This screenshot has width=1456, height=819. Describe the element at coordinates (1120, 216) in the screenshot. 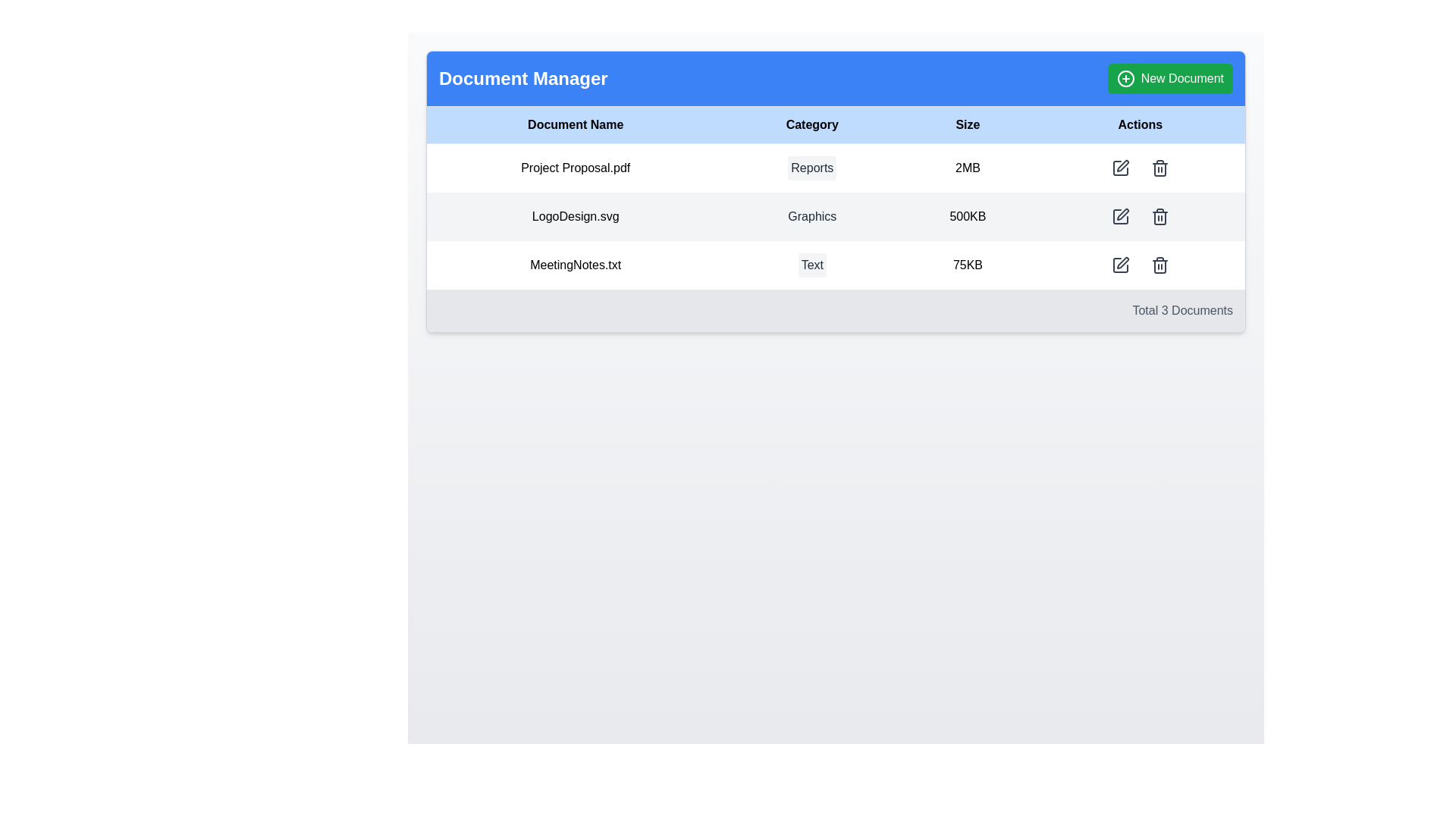

I see `the pen icon enclosed in a square outline located in the 'Actions' column of the second row associated with the 'LogoDesign.svg' document` at that location.